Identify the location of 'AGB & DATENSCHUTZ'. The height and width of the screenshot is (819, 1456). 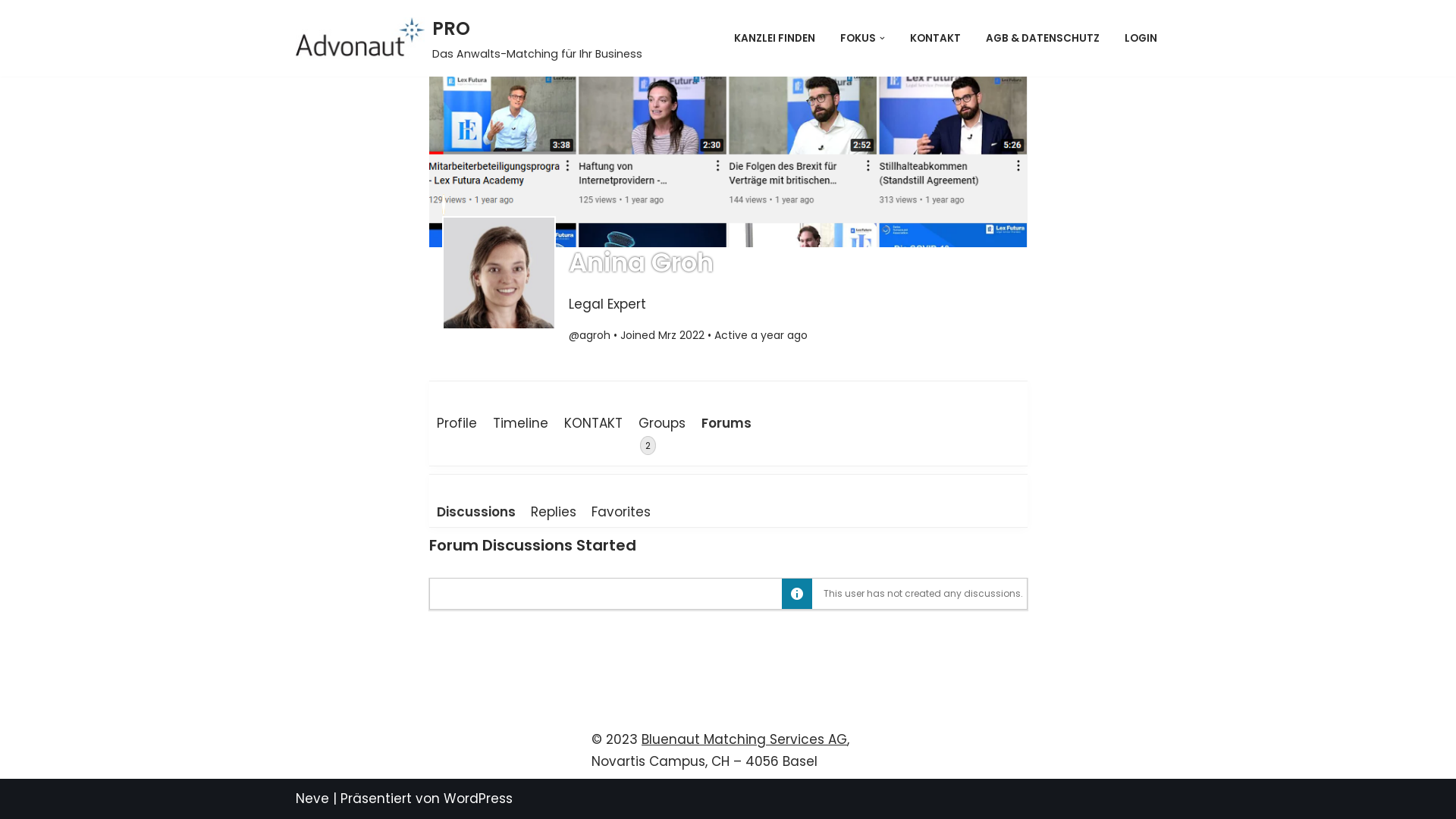
(1041, 37).